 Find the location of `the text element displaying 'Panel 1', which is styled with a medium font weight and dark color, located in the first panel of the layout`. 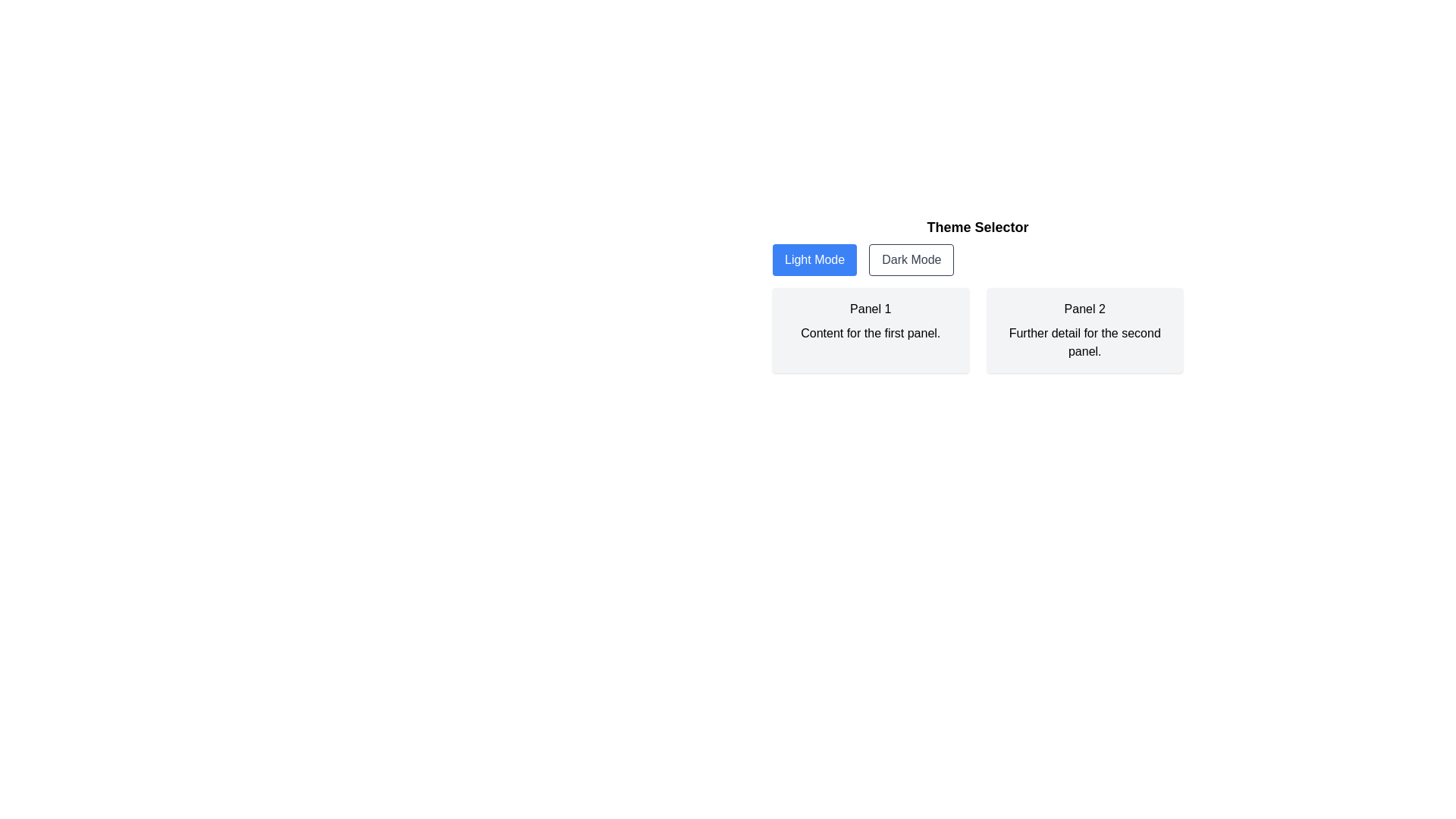

the text element displaying 'Panel 1', which is styled with a medium font weight and dark color, located in the first panel of the layout is located at coordinates (871, 309).